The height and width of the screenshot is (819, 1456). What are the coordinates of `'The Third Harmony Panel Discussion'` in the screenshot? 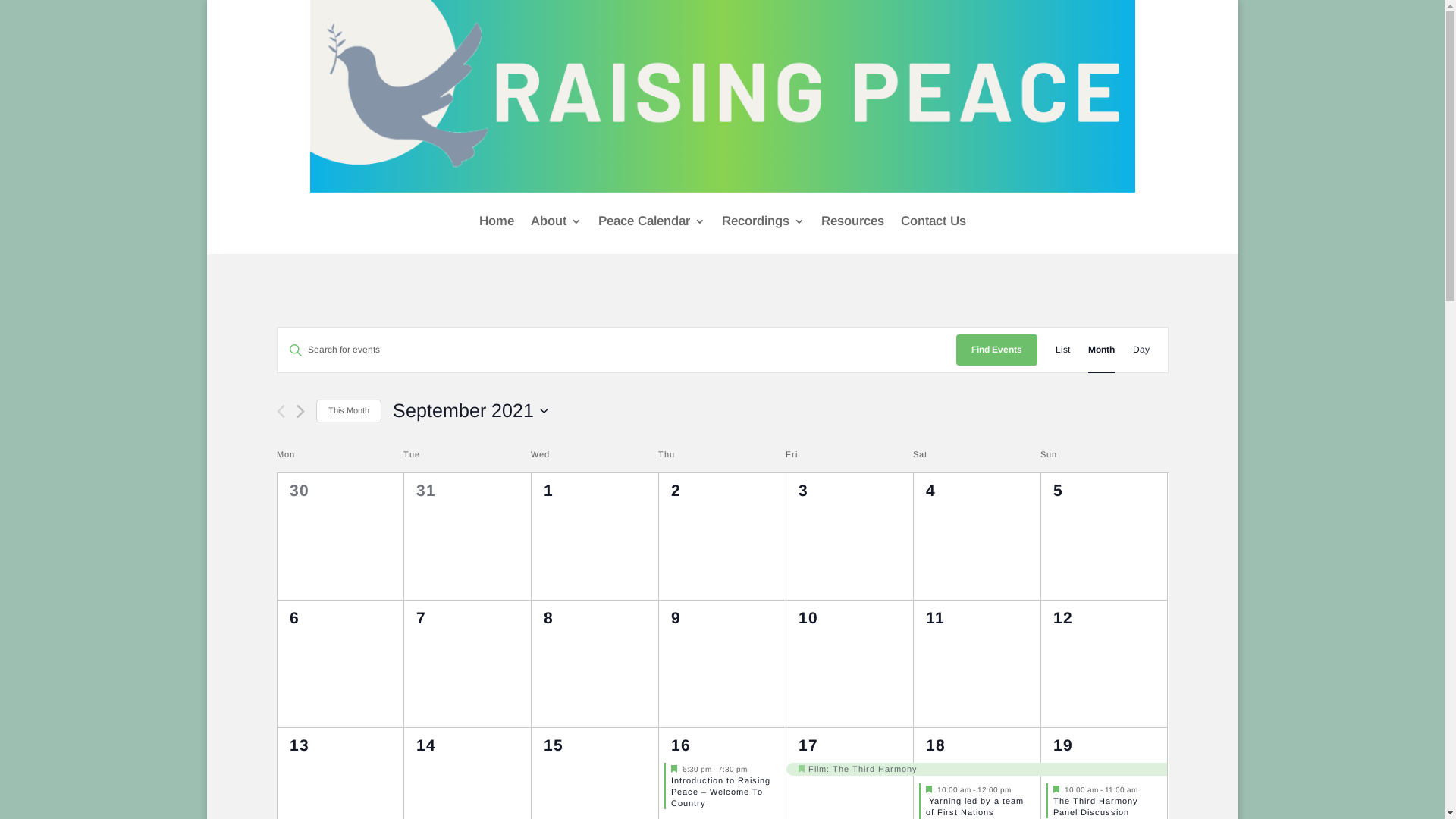 It's located at (1095, 806).